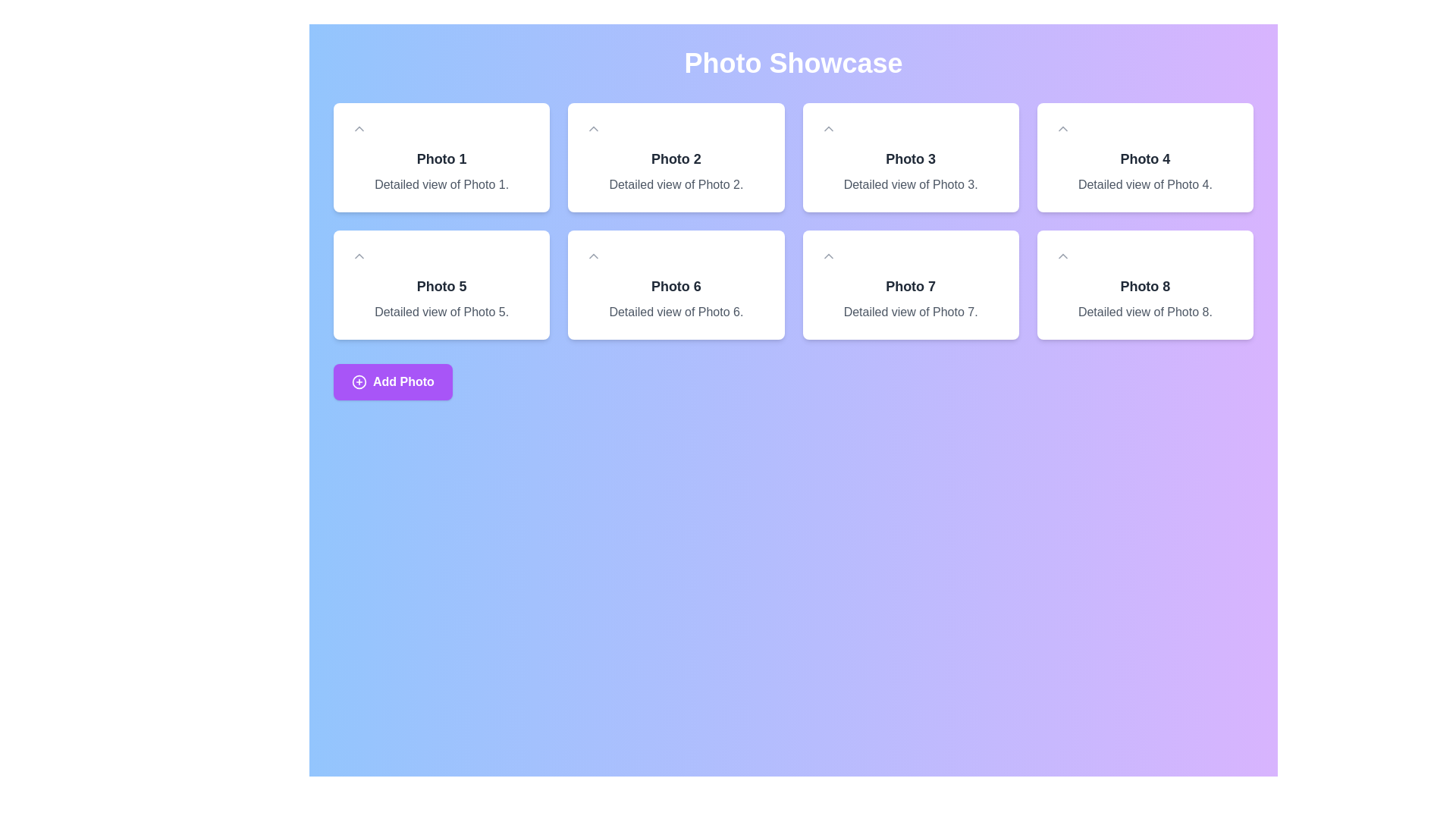 This screenshot has height=819, width=1456. What do you see at coordinates (1145, 184) in the screenshot?
I see `the text label located at the bottom of the 'Photo 4' card in the first row, fourth column of the grid layout` at bounding box center [1145, 184].